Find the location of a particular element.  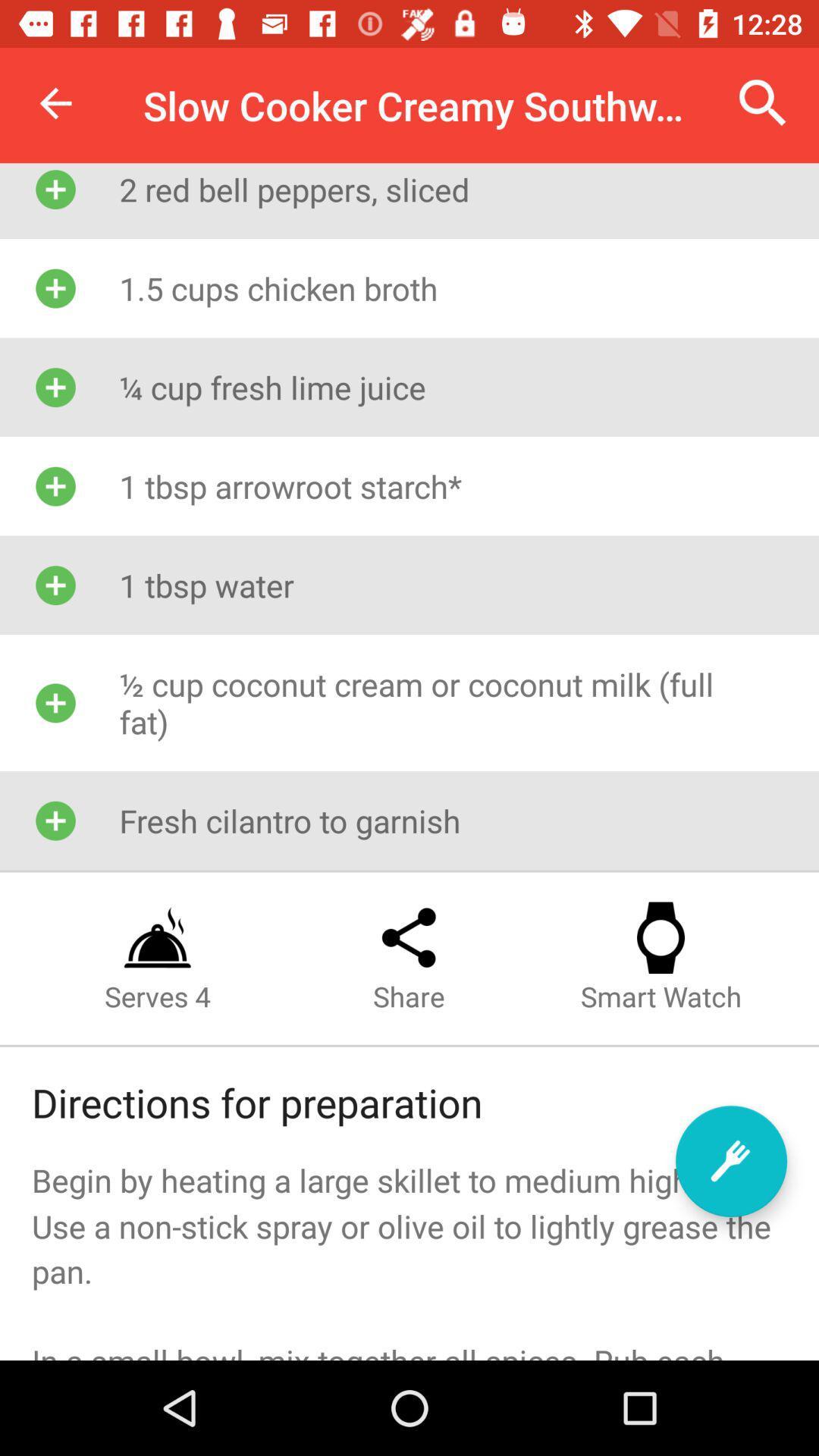

item above the 2 red bell icon is located at coordinates (55, 102).